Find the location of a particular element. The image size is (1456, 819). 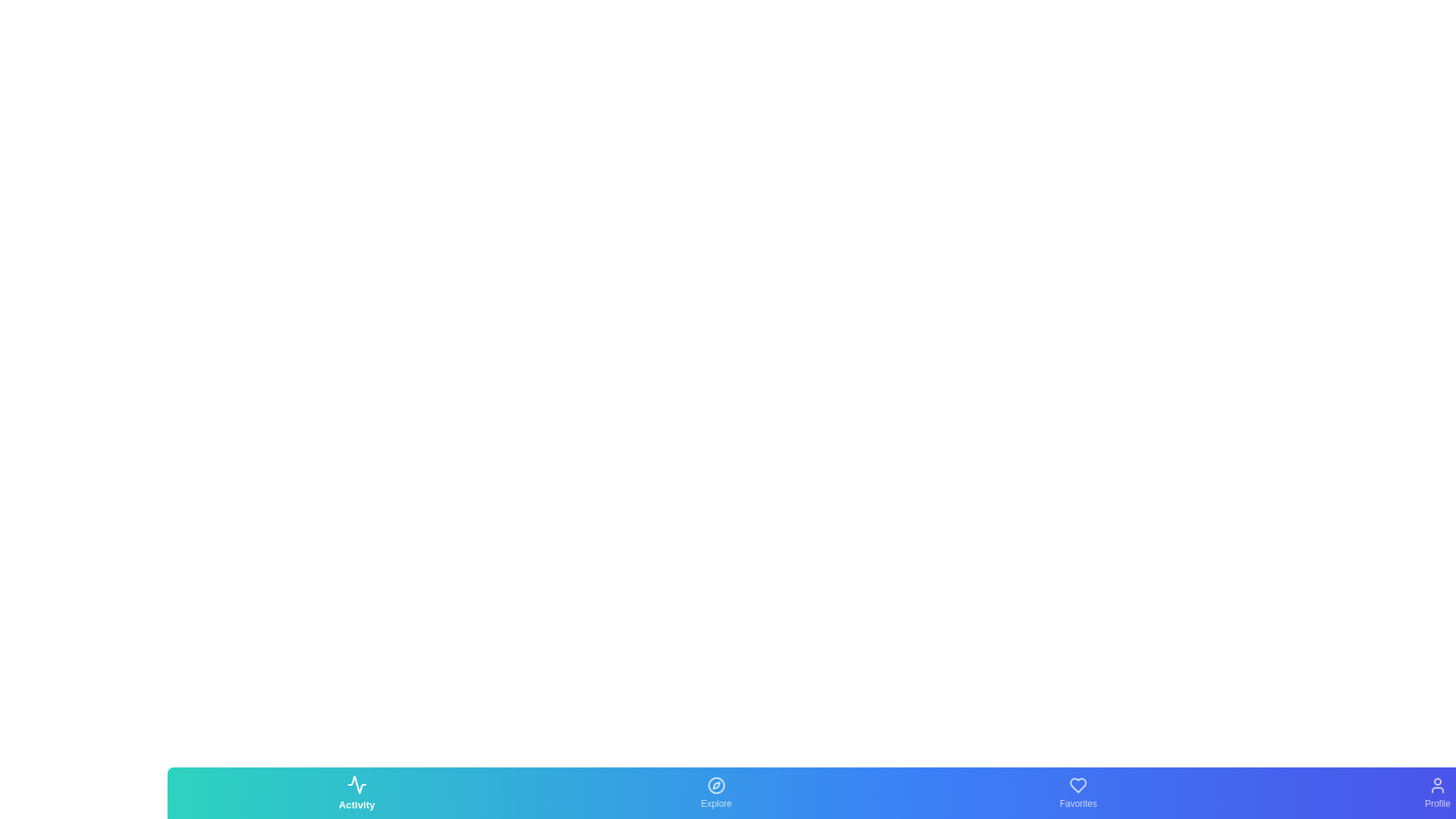

the Activity tab icon is located at coordinates (356, 792).